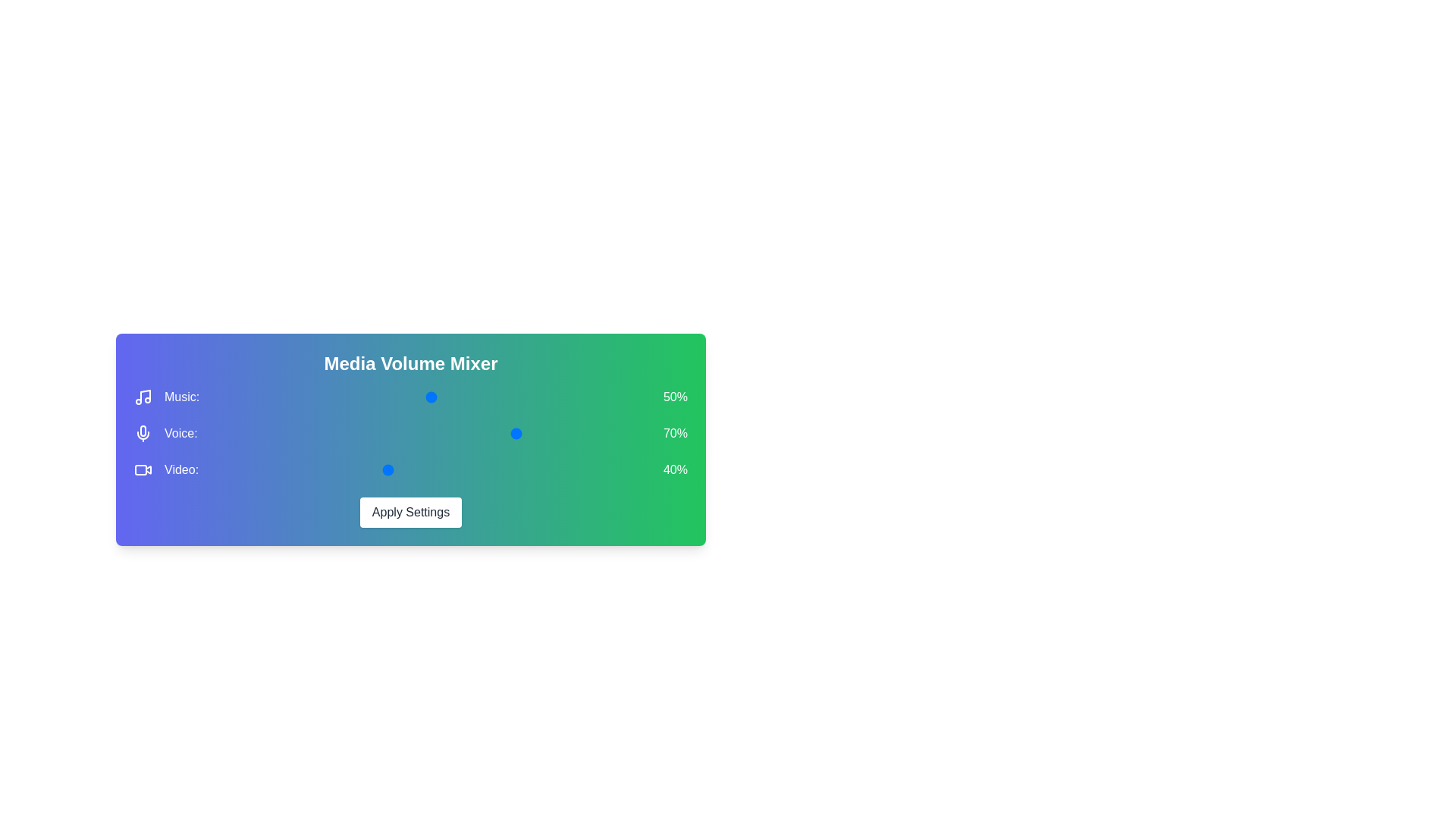 This screenshot has height=819, width=1456. I want to click on the 0 volume to 30% by moving the corresponding slider, so click(497, 397).